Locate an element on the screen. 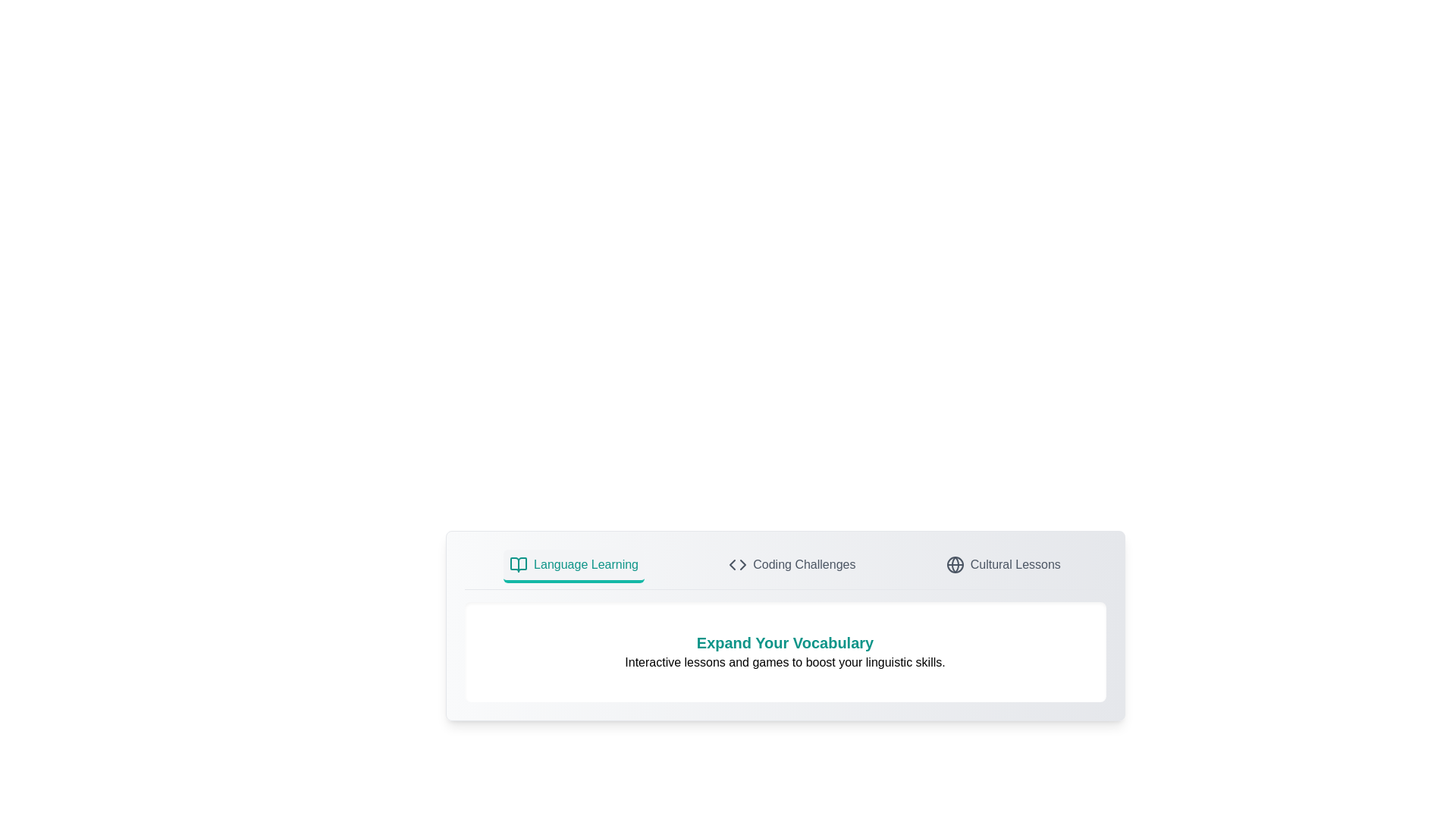 Image resolution: width=1456 pixels, height=819 pixels. the tab labeled 'Cultural Lessons' to preview its label or icon is located at coordinates (1003, 566).